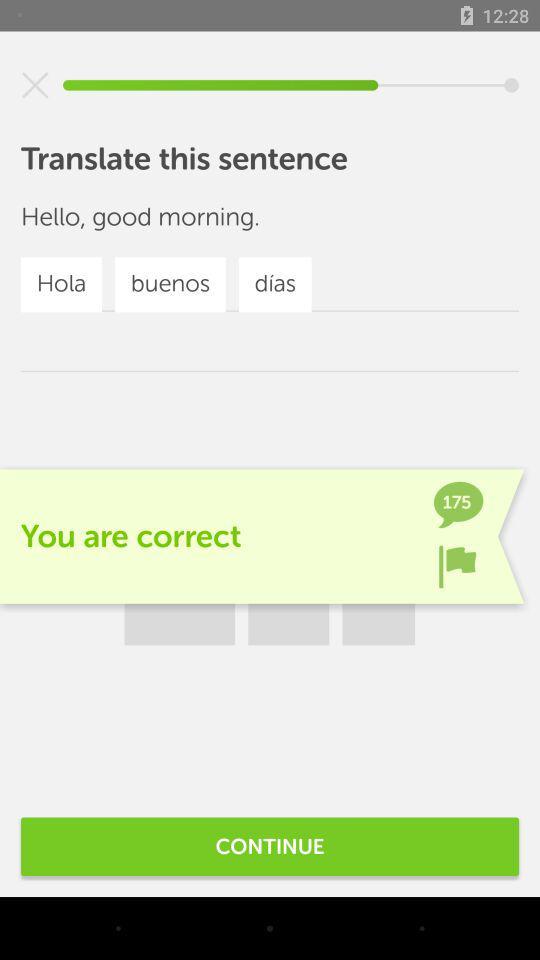  Describe the element at coordinates (61, 283) in the screenshot. I see `hola` at that location.